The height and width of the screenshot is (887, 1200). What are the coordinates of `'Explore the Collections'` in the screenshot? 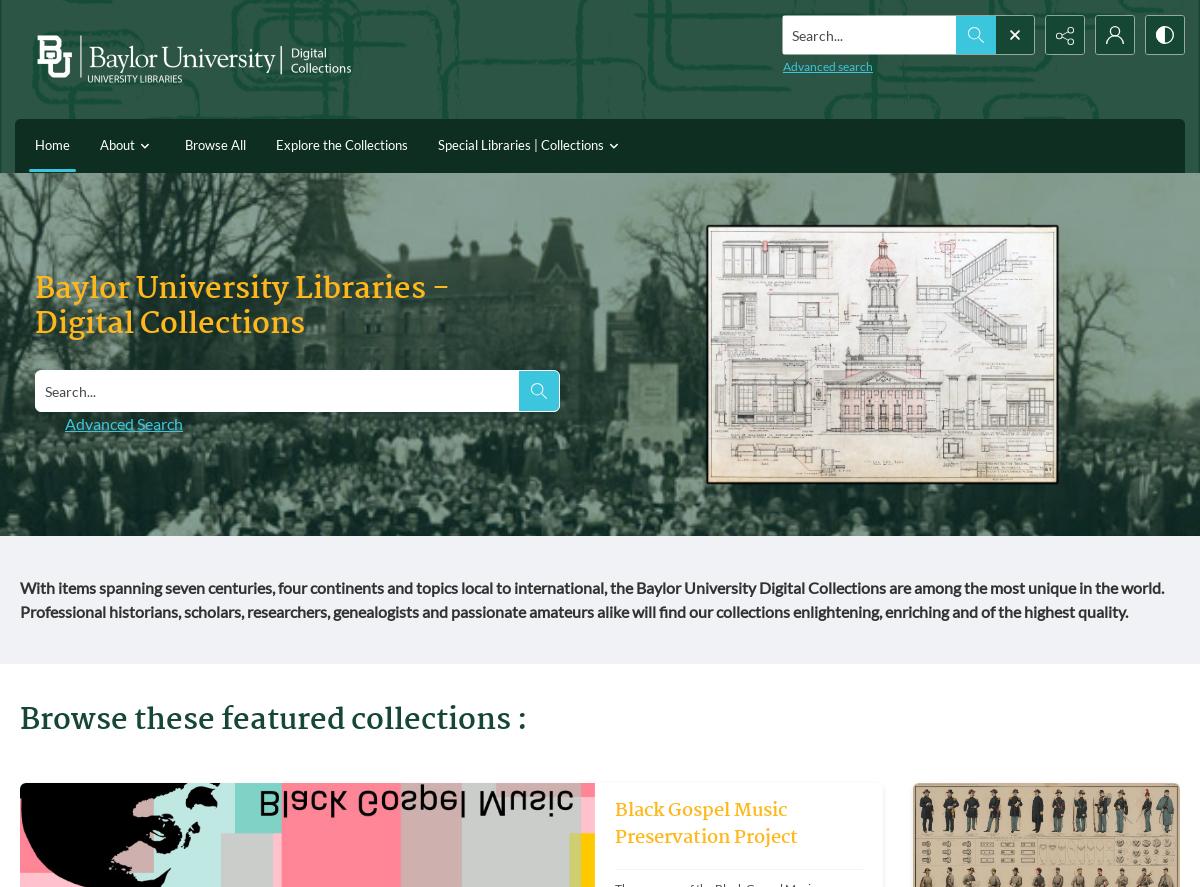 It's located at (341, 145).